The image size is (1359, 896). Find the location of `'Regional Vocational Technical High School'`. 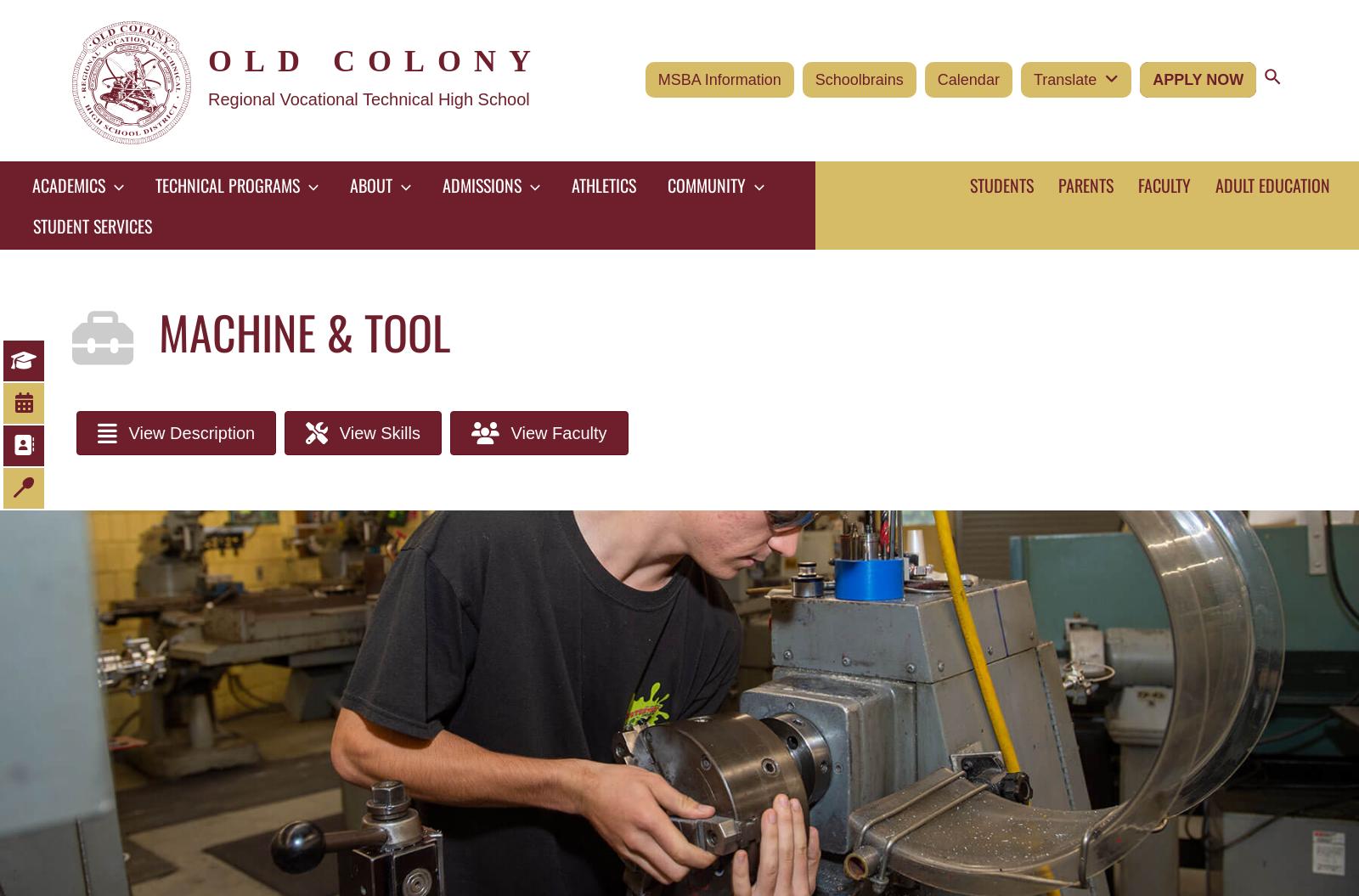

'Regional Vocational Technical High School' is located at coordinates (367, 98).